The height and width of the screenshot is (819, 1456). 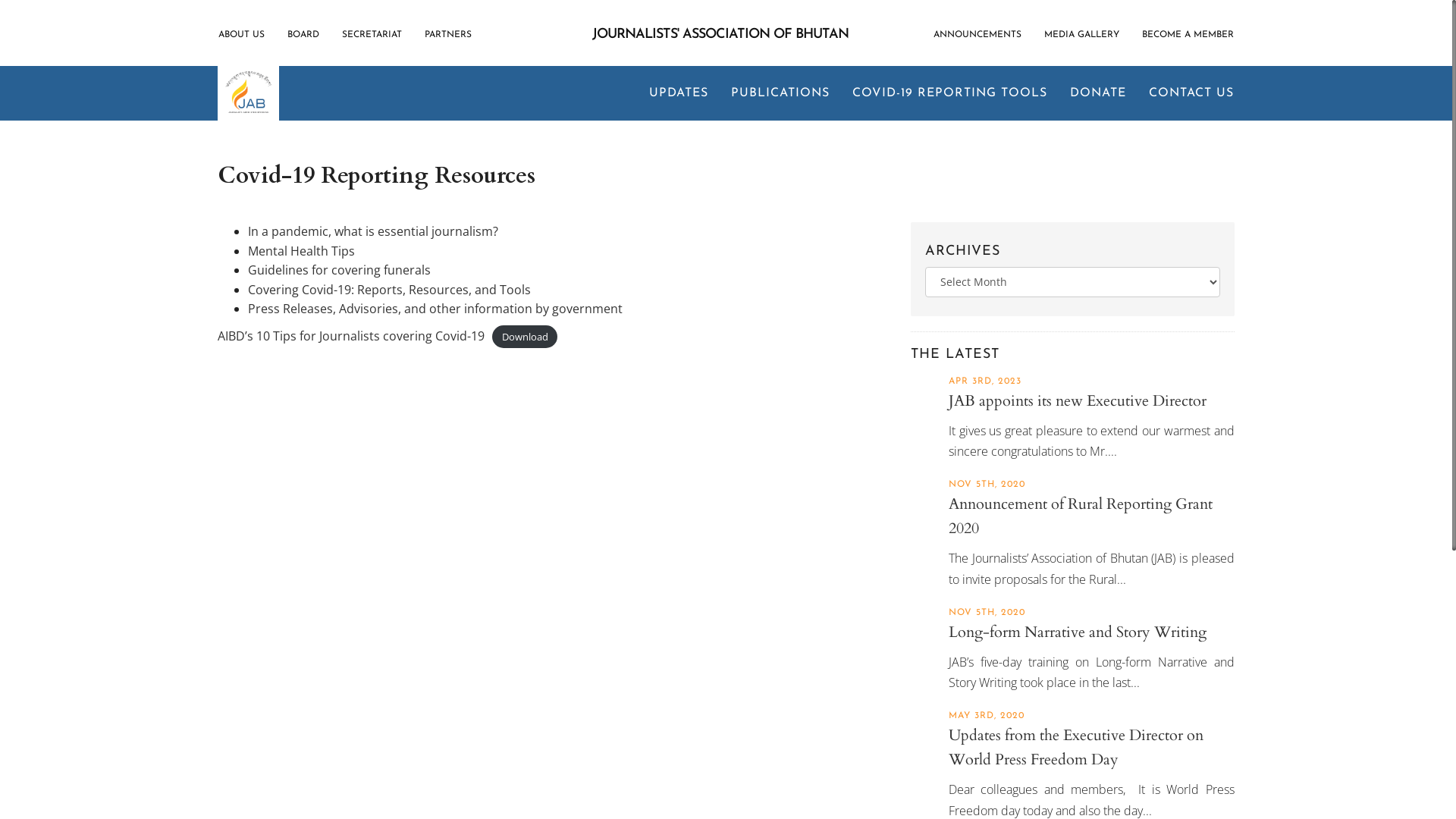 I want to click on 'CONTACT US', so click(x=1185, y=93).